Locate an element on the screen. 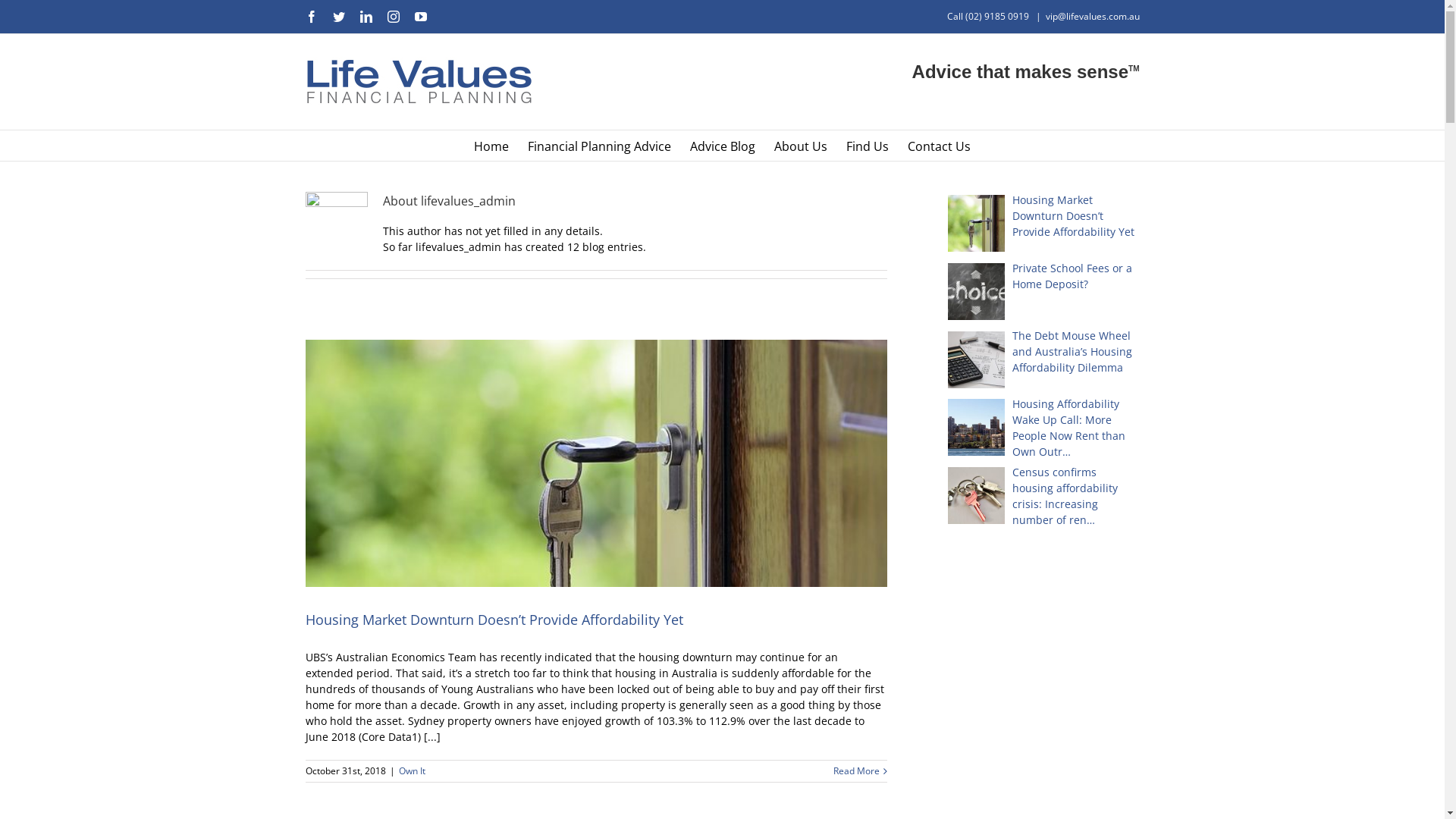 The image size is (1456, 819). 'Financial Planning Advice' is located at coordinates (598, 146).